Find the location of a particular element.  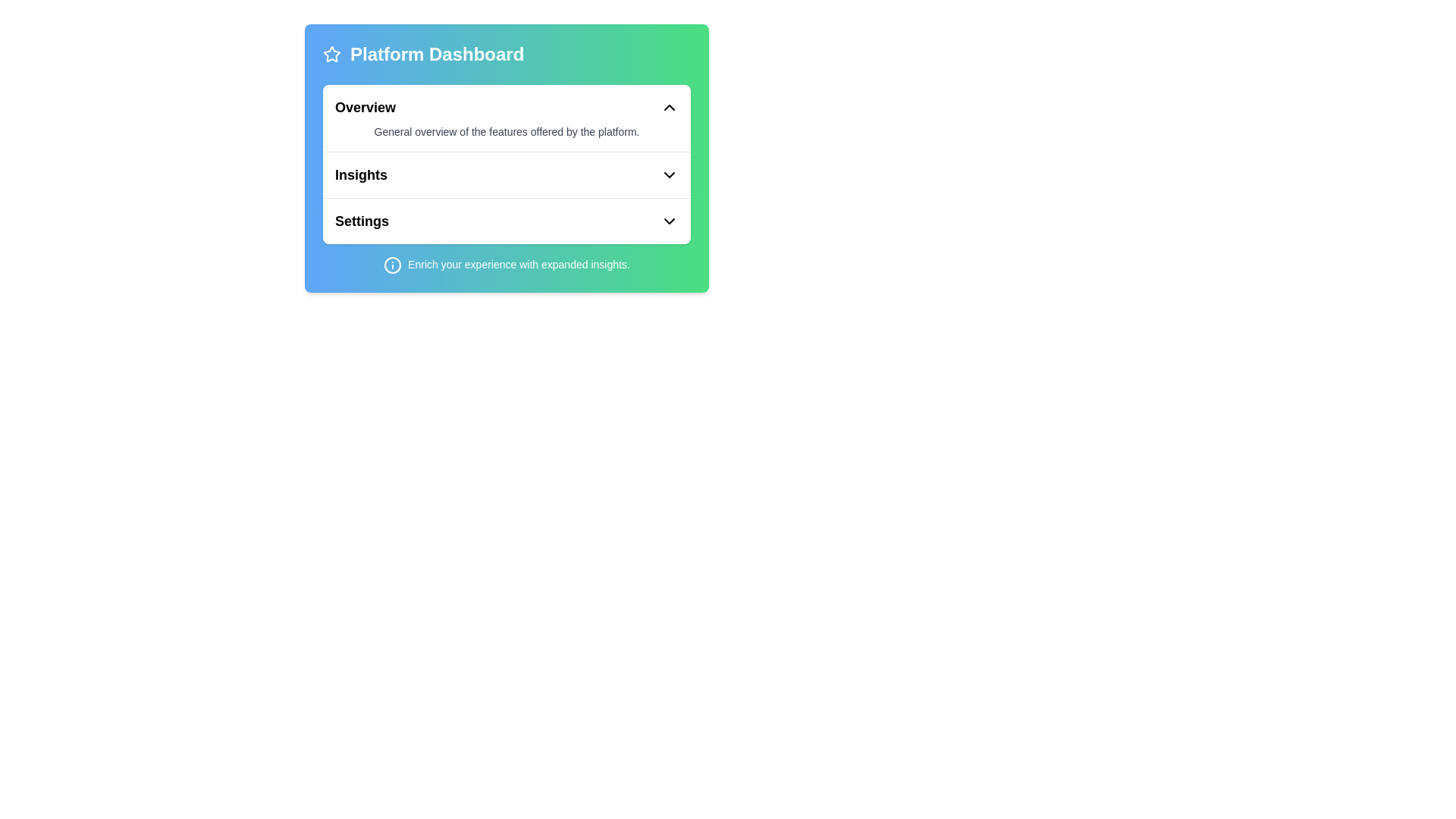

the downward-facing chevron icon next to the 'Insights' label is located at coordinates (669, 174).